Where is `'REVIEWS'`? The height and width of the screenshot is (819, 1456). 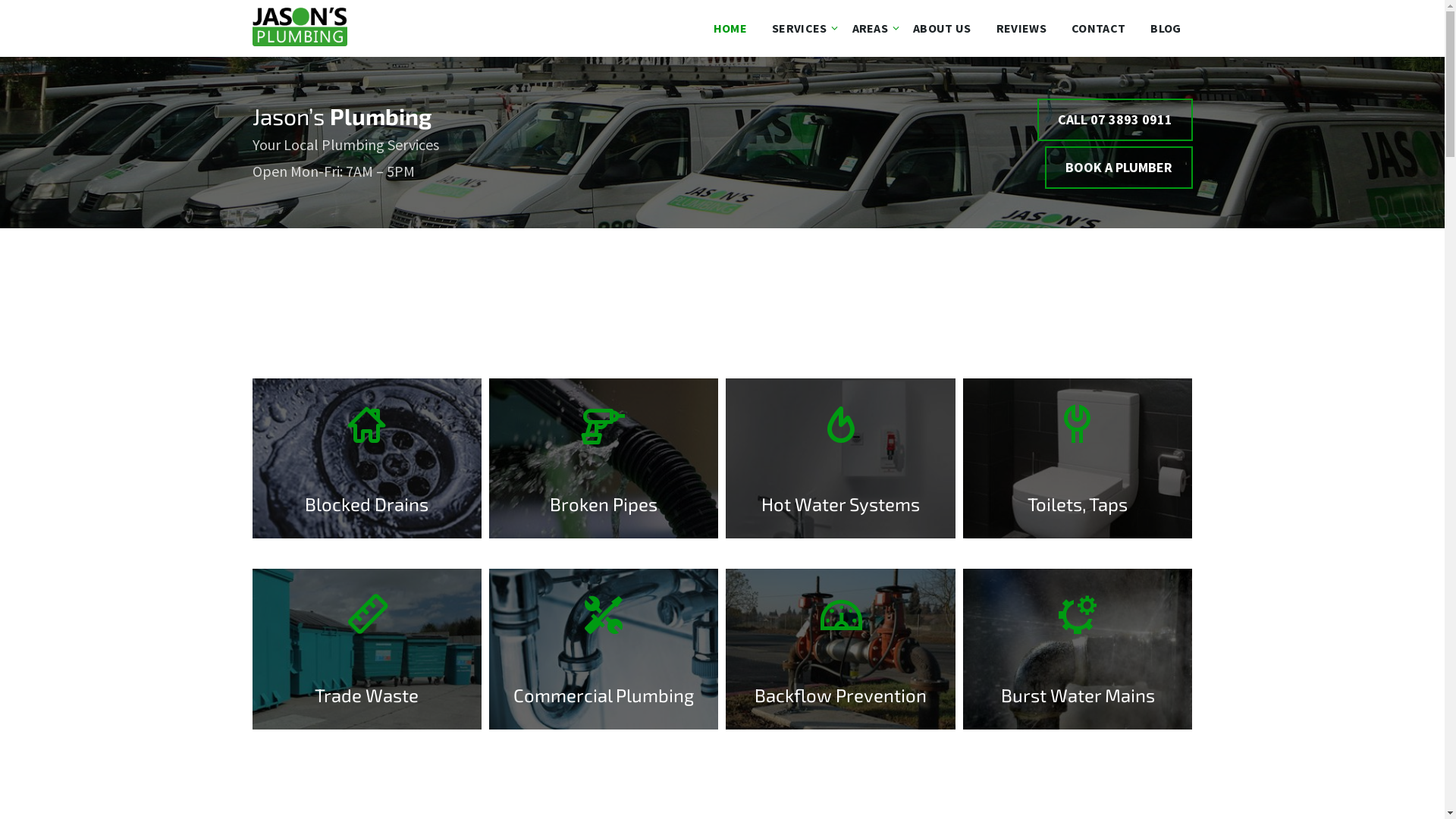
'REVIEWS' is located at coordinates (1021, 28).